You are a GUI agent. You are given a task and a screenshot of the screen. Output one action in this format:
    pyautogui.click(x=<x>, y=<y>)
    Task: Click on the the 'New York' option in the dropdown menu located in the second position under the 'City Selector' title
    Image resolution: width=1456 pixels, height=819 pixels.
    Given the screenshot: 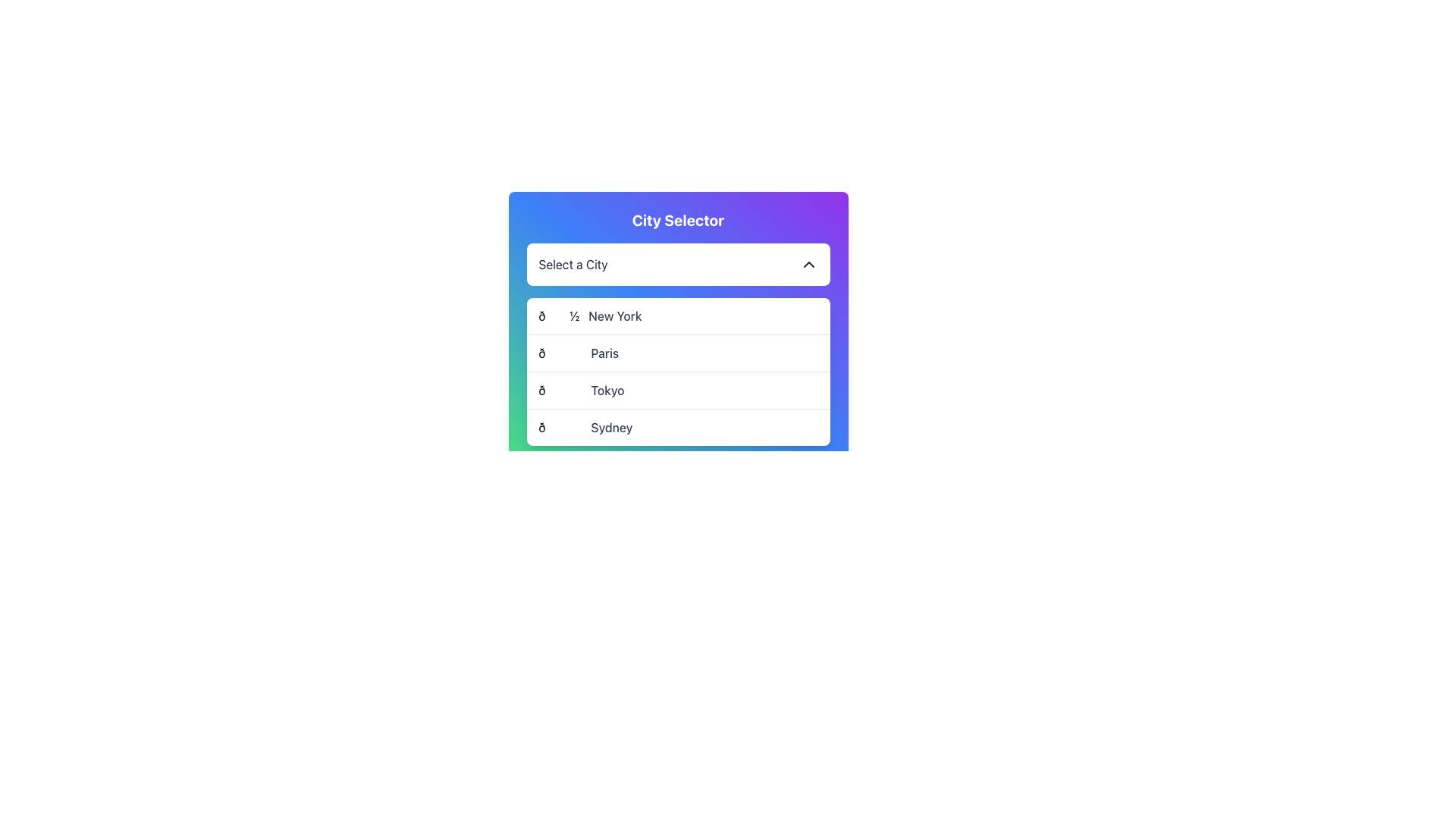 What is the action you would take?
    pyautogui.click(x=589, y=315)
    